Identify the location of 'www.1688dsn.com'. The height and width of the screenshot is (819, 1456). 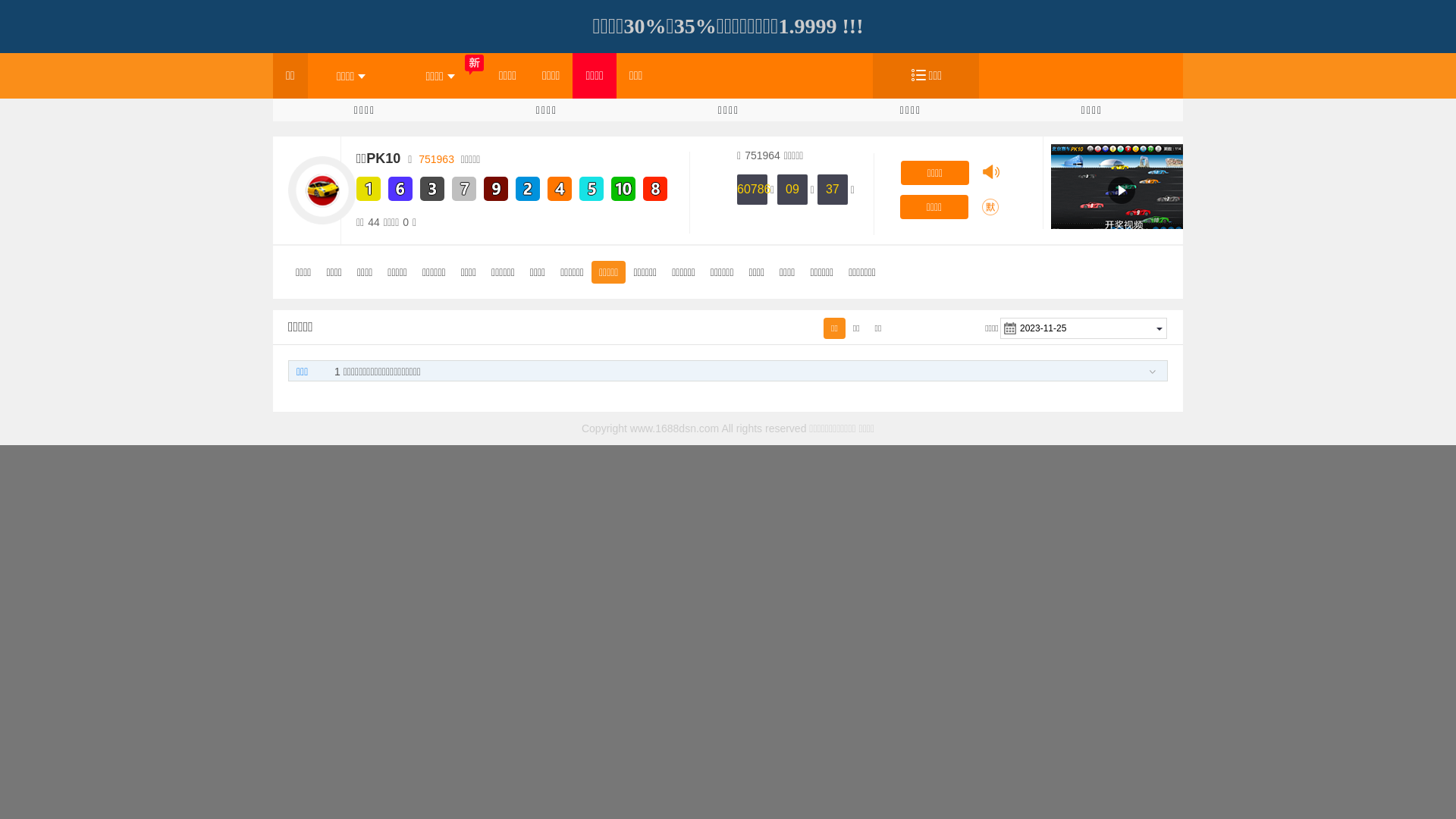
(629, 428).